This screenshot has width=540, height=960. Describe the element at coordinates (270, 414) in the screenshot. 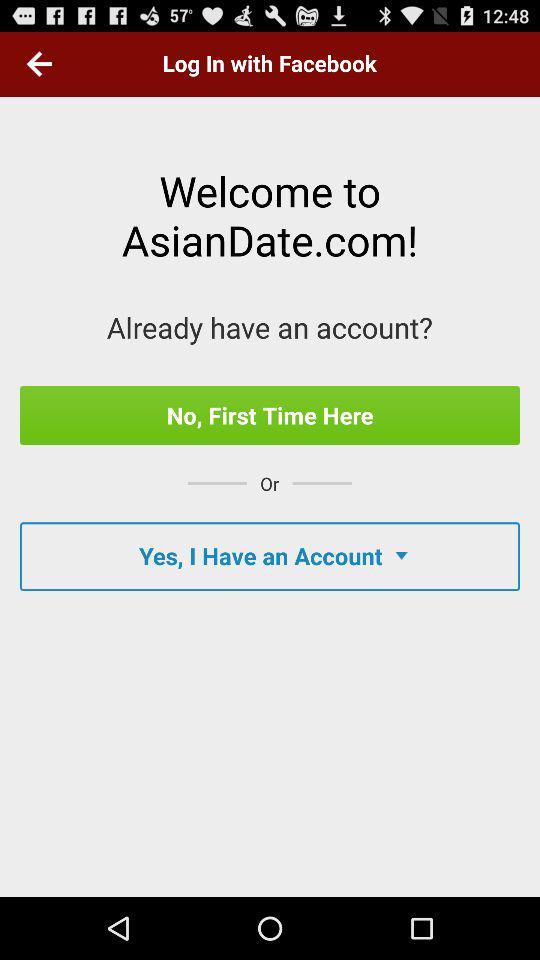

I see `the no first time button` at that location.